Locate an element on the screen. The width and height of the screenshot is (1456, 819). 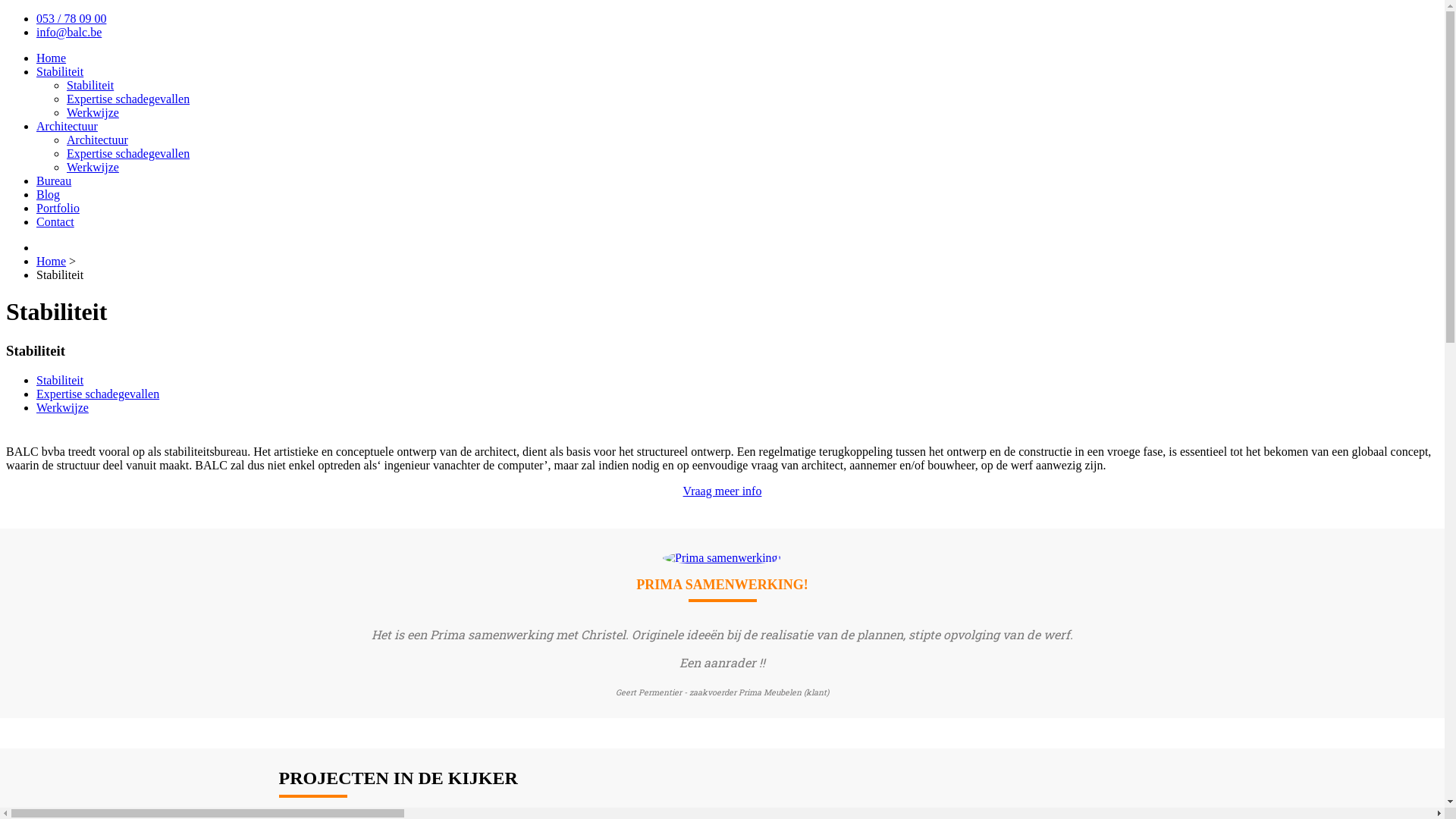
'Lees verder "Prima samenwerking!"' is located at coordinates (662, 557).